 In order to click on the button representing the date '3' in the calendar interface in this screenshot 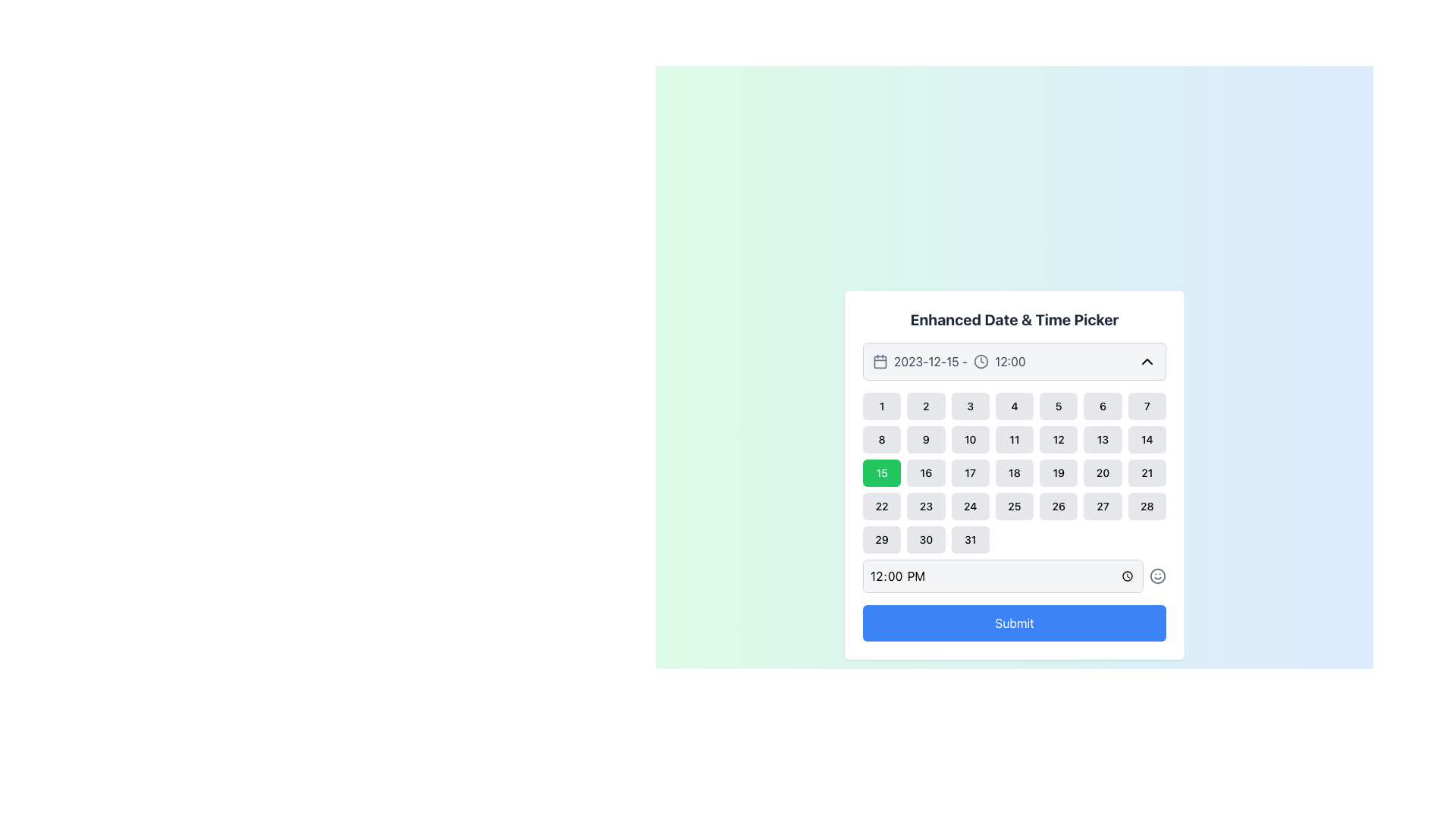, I will do `click(969, 406)`.